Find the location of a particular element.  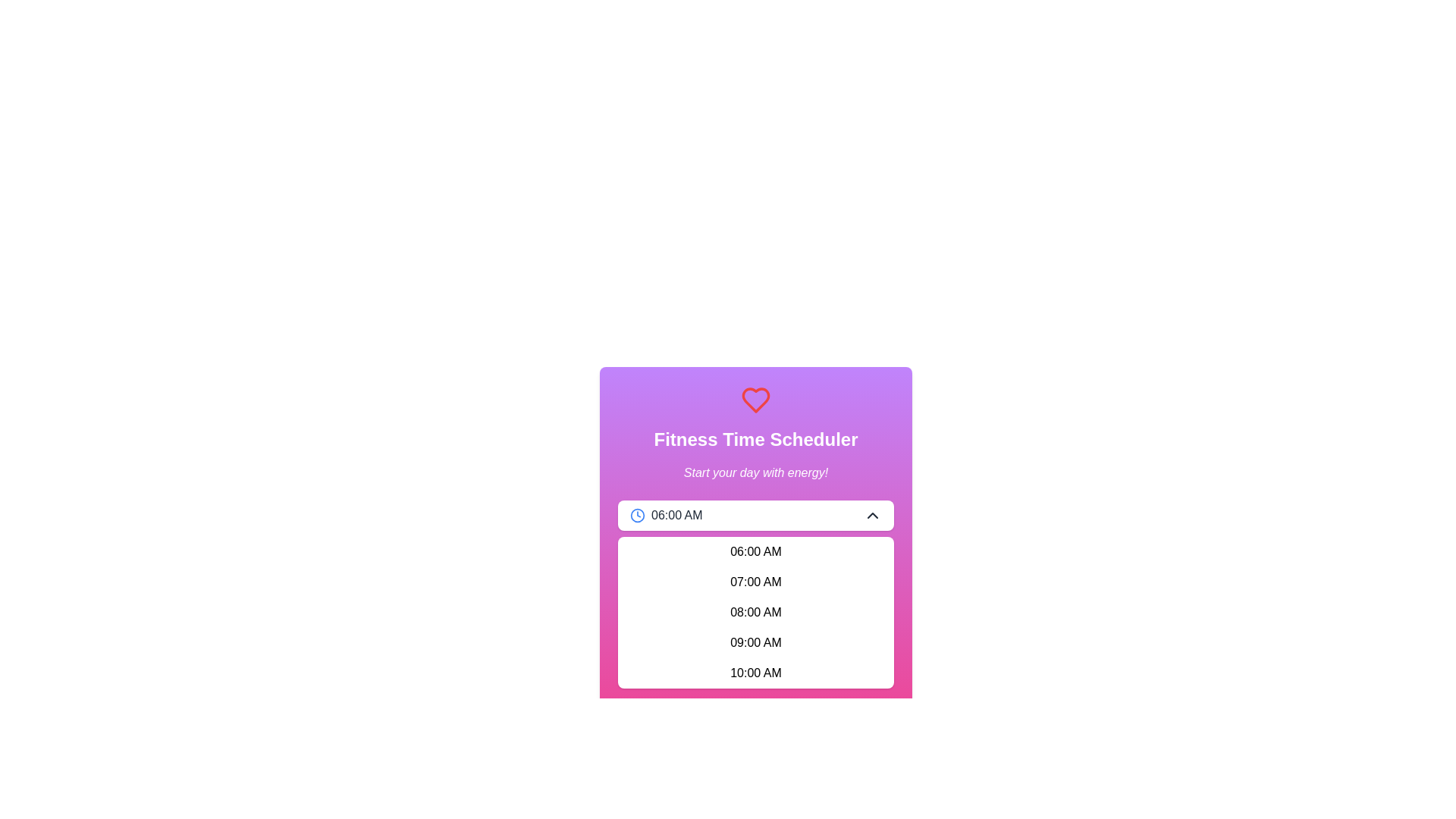

the selectable option '09:00 AM' in the dropdown menu, which is the fourth item in the list, positioned between '08:00 AM' and '10:00 AM' is located at coordinates (756, 643).